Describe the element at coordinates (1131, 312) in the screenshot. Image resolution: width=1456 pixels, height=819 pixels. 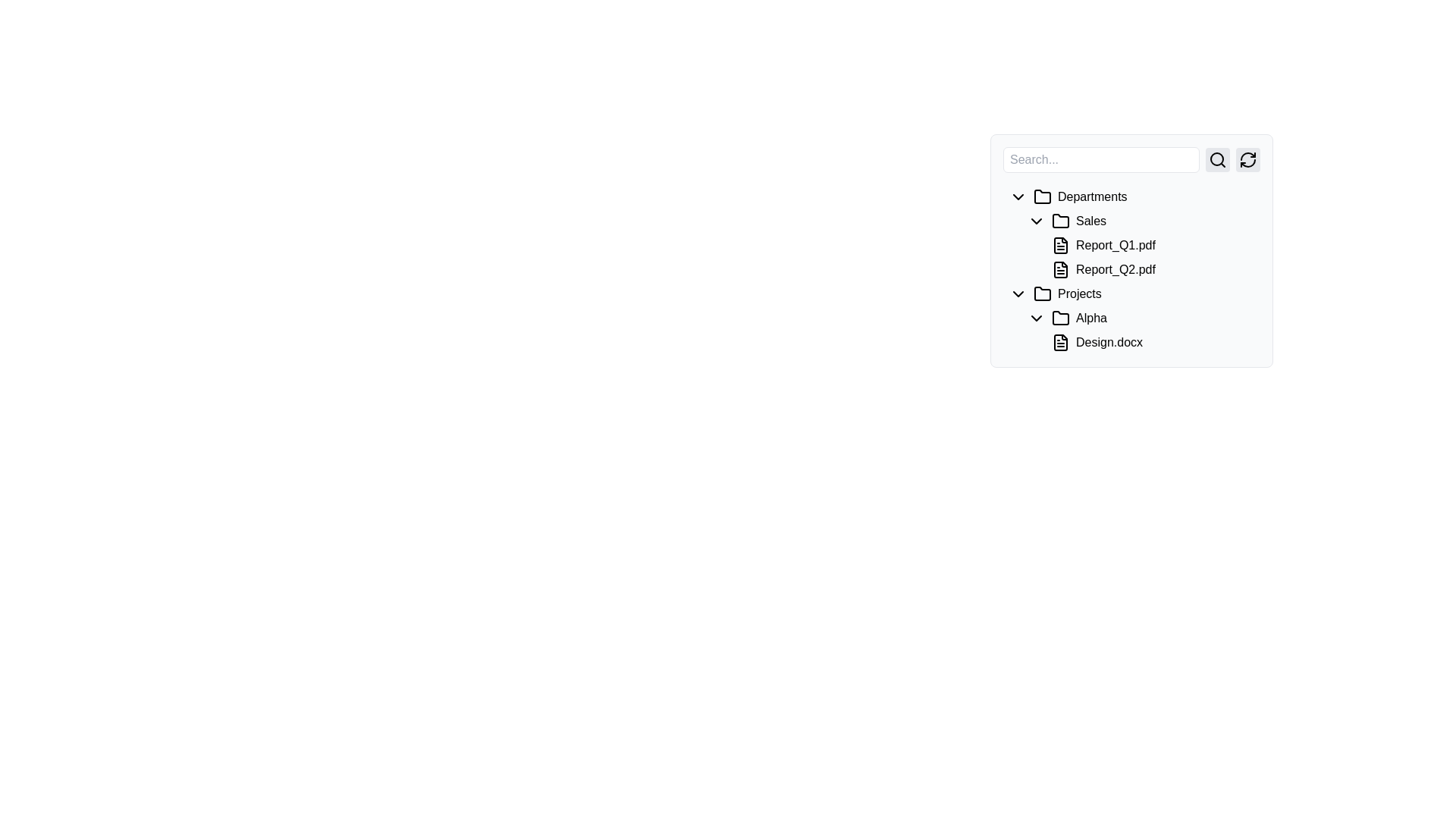
I see `the 'Alpha' folder item in the hierarchical list under the 'Projects' section` at that location.